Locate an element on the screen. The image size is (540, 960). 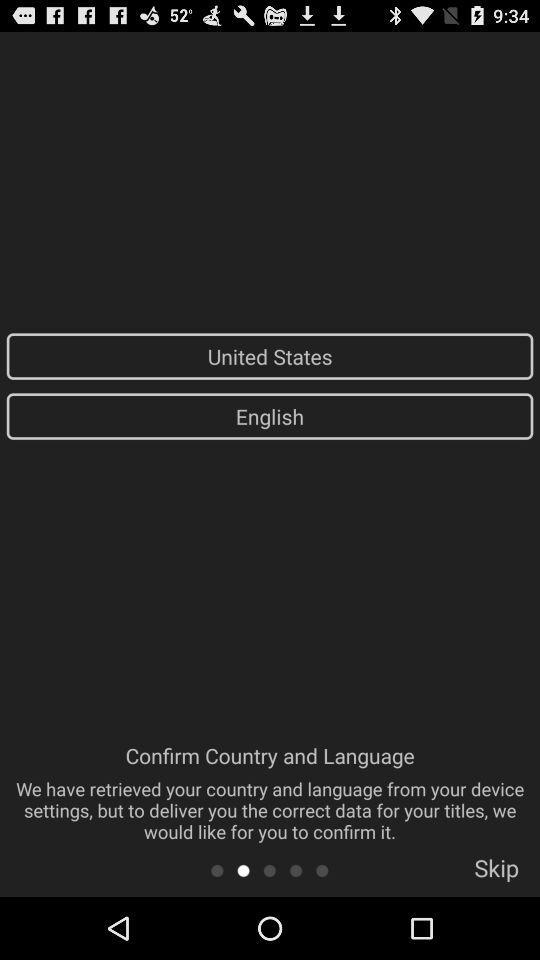
app to the left of skip icon is located at coordinates (322, 869).